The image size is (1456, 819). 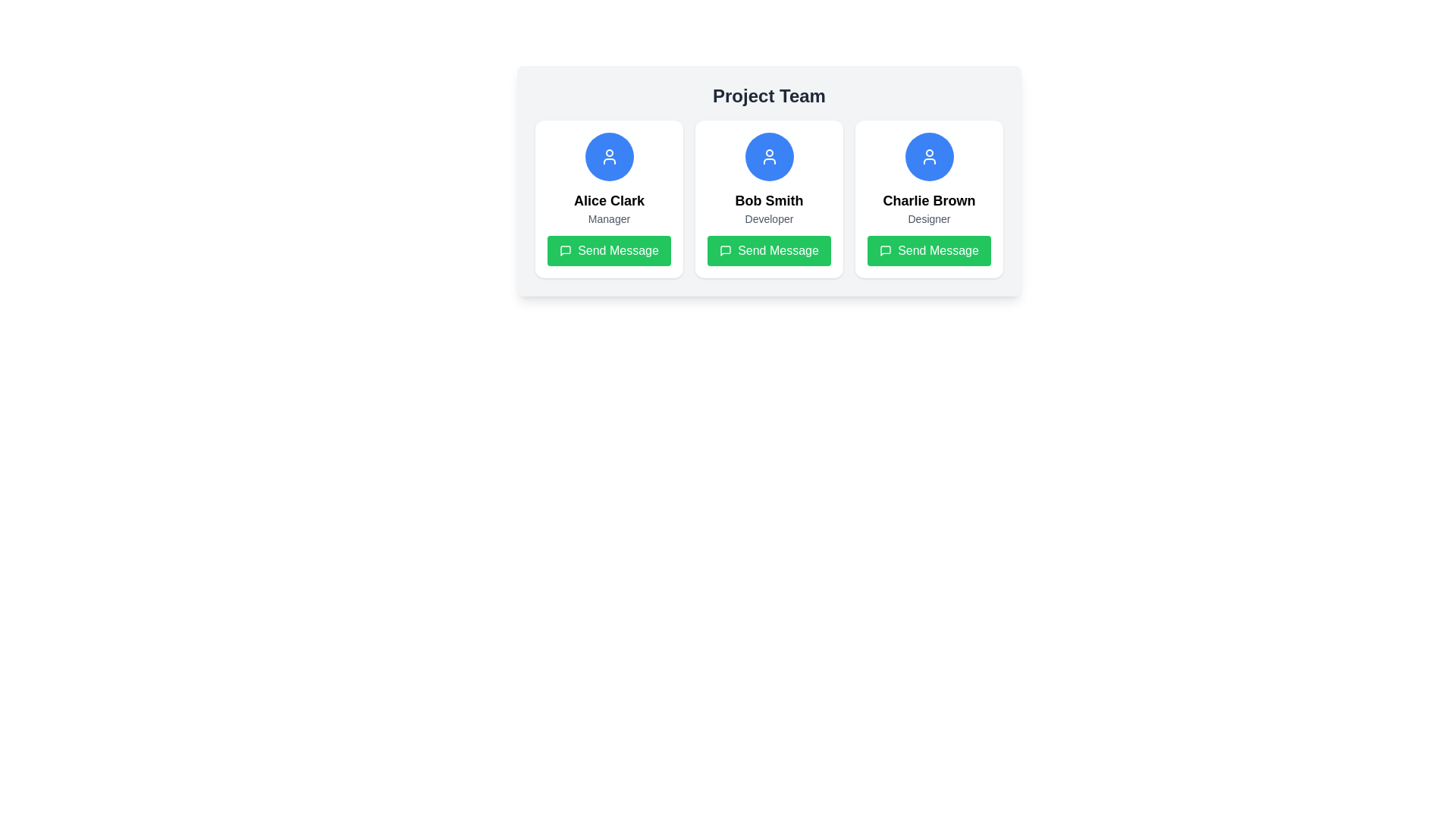 I want to click on the text label displaying the name and role ('Manager') of the person, which is located within the first card of a three-card layout, above the green 'Send Message' button, so click(x=609, y=208).